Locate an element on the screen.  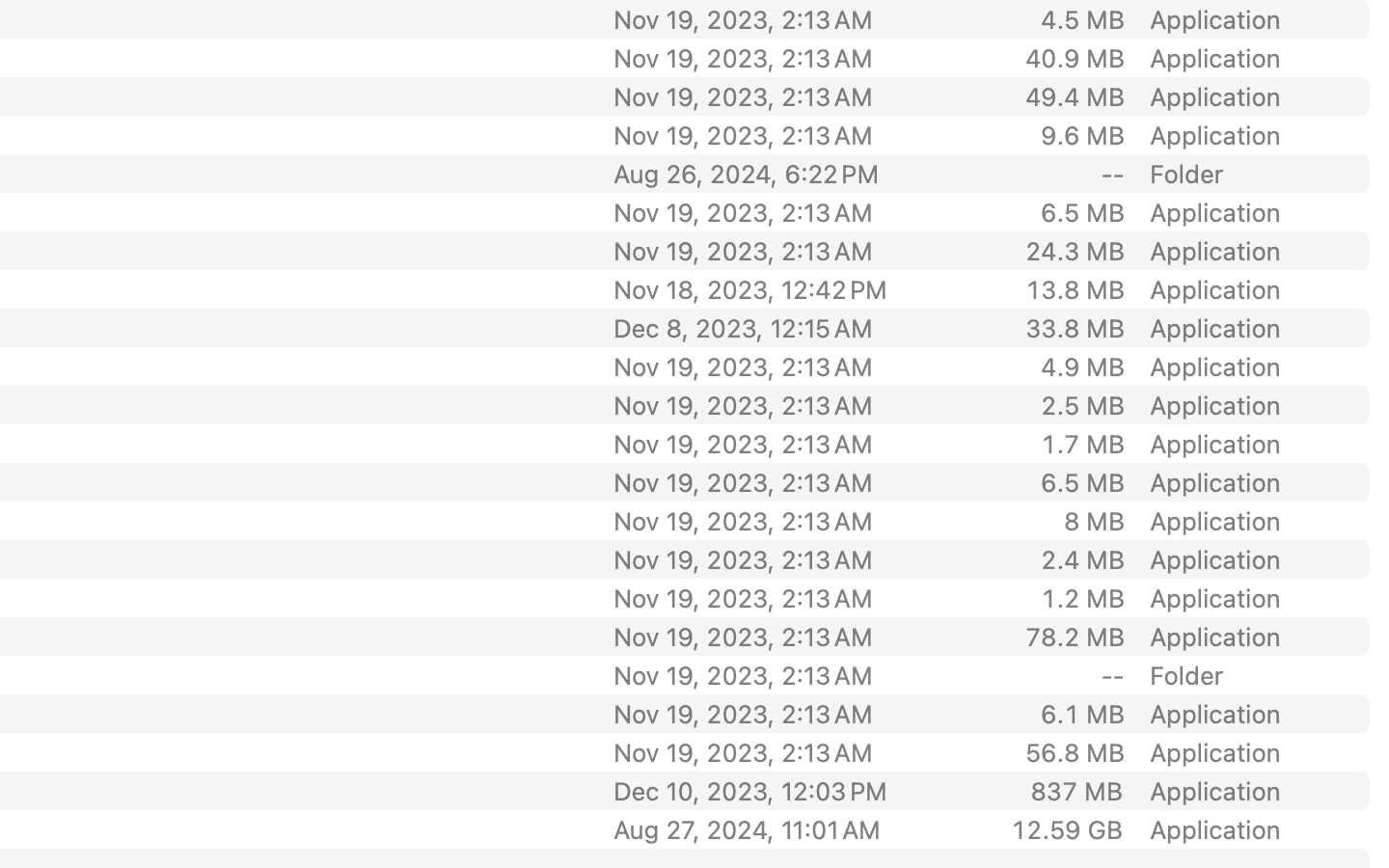
'4.5 MB' is located at coordinates (1081, 17).